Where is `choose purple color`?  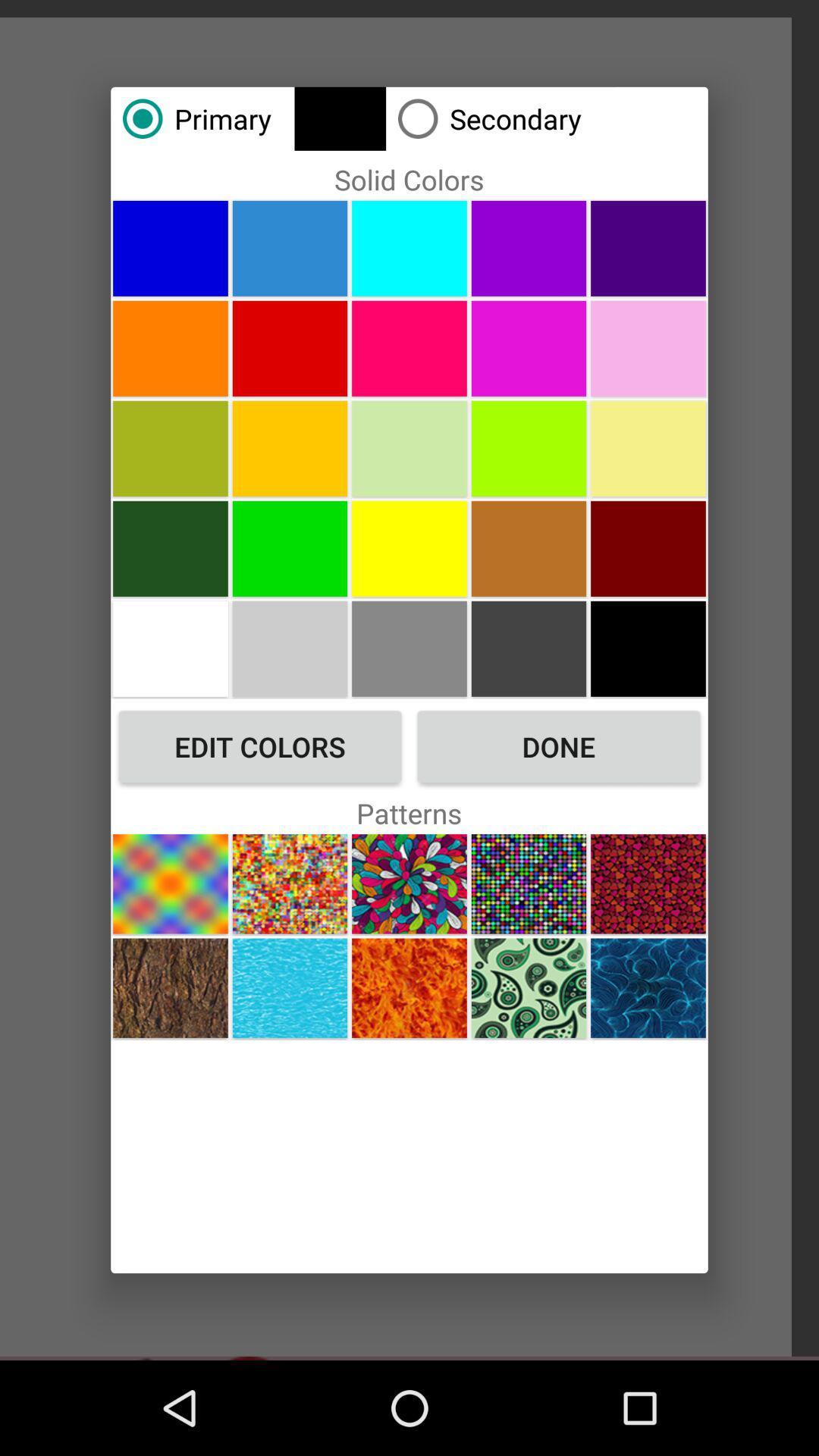
choose purple color is located at coordinates (648, 248).